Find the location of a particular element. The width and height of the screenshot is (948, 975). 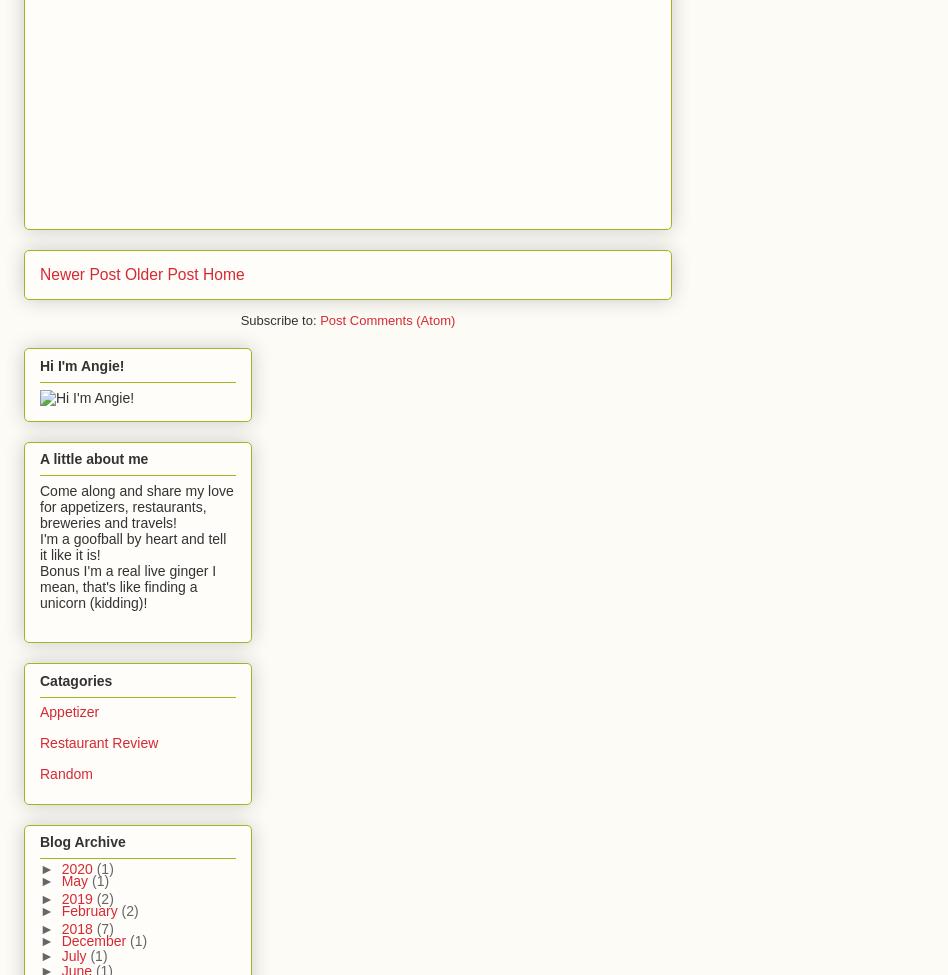

'December' is located at coordinates (95, 938).